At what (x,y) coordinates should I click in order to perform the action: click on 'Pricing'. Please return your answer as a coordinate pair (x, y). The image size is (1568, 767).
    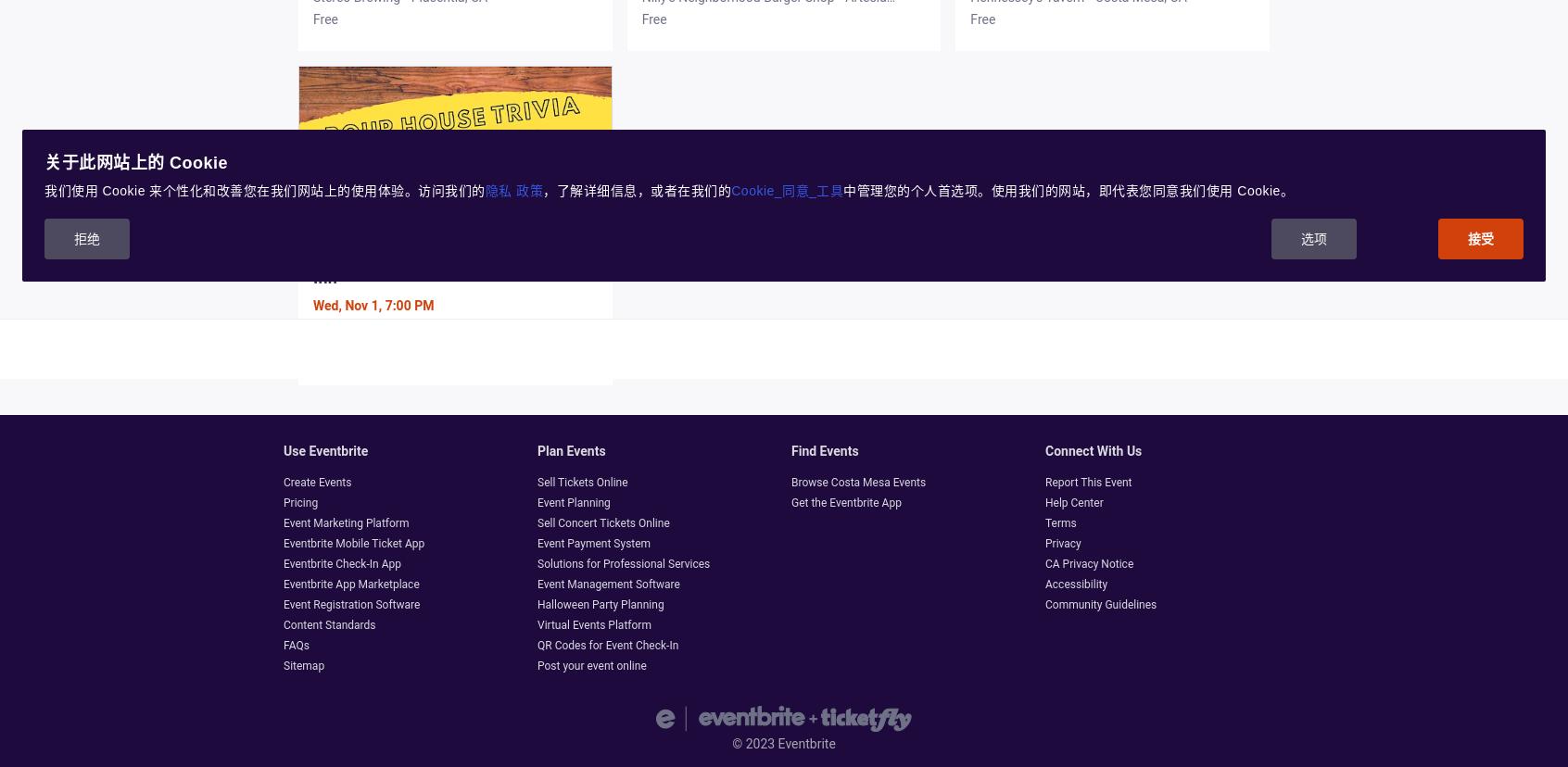
    Looking at the image, I should click on (299, 502).